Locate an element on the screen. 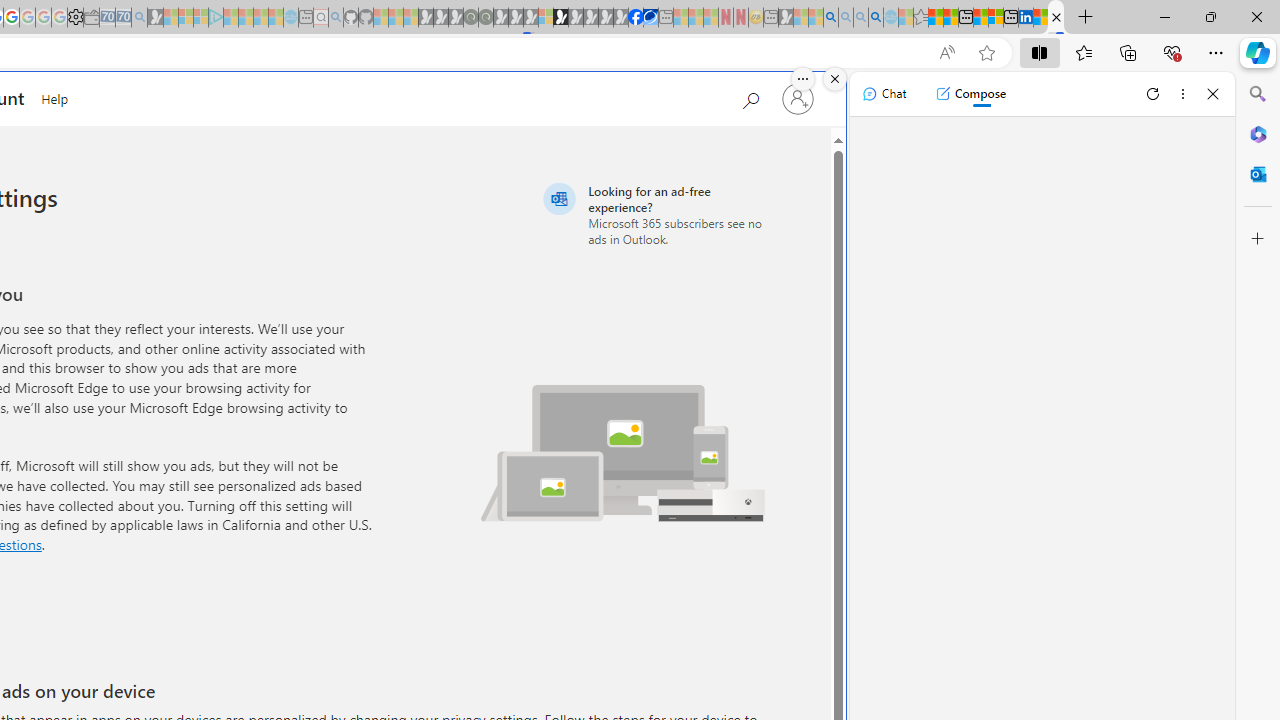  'LinkedIn' is located at coordinates (1025, 17).